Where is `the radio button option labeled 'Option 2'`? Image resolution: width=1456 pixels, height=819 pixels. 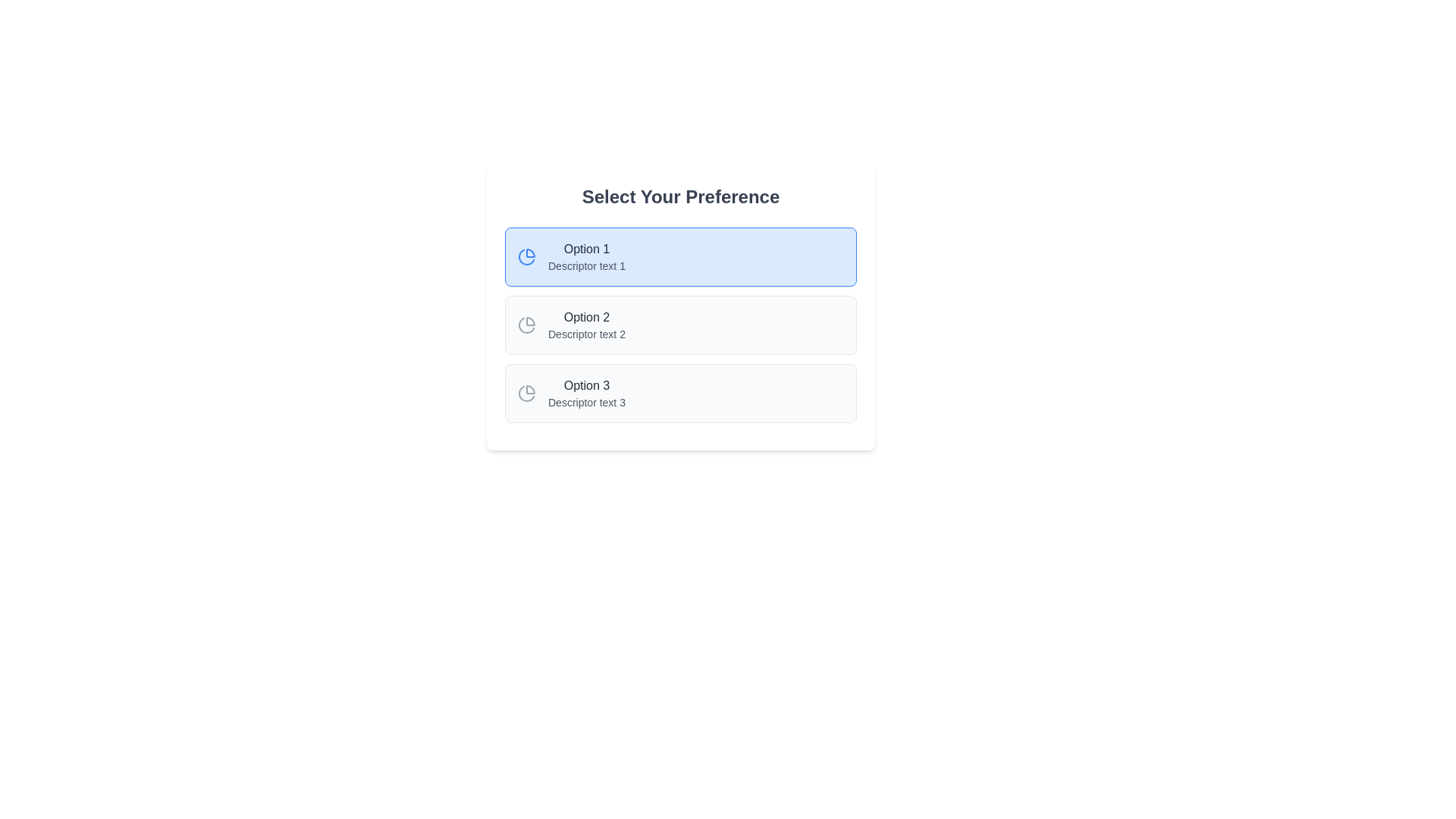
the radio button option labeled 'Option 2' is located at coordinates (679, 307).